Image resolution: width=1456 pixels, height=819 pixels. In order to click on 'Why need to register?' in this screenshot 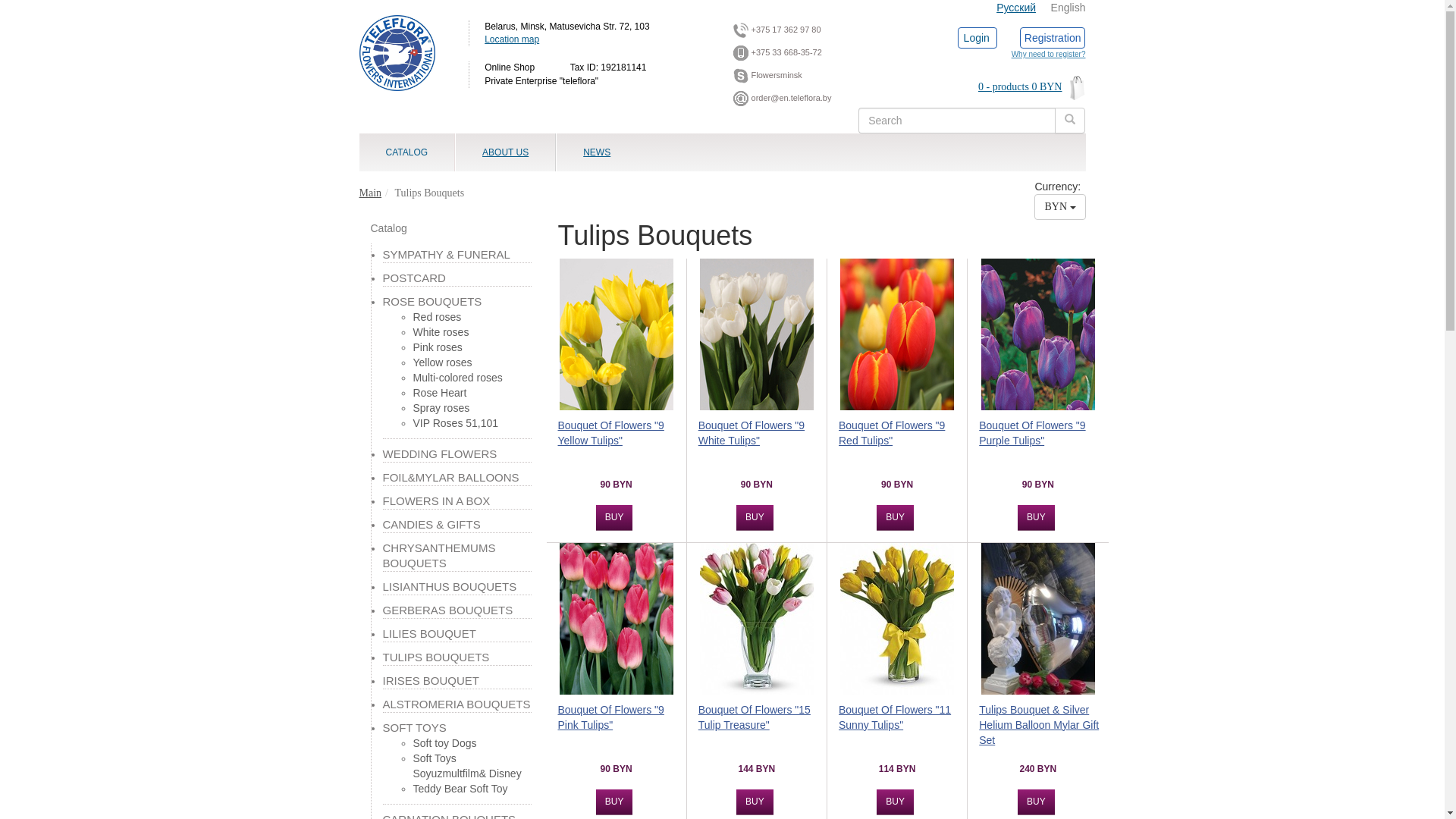, I will do `click(1012, 53)`.